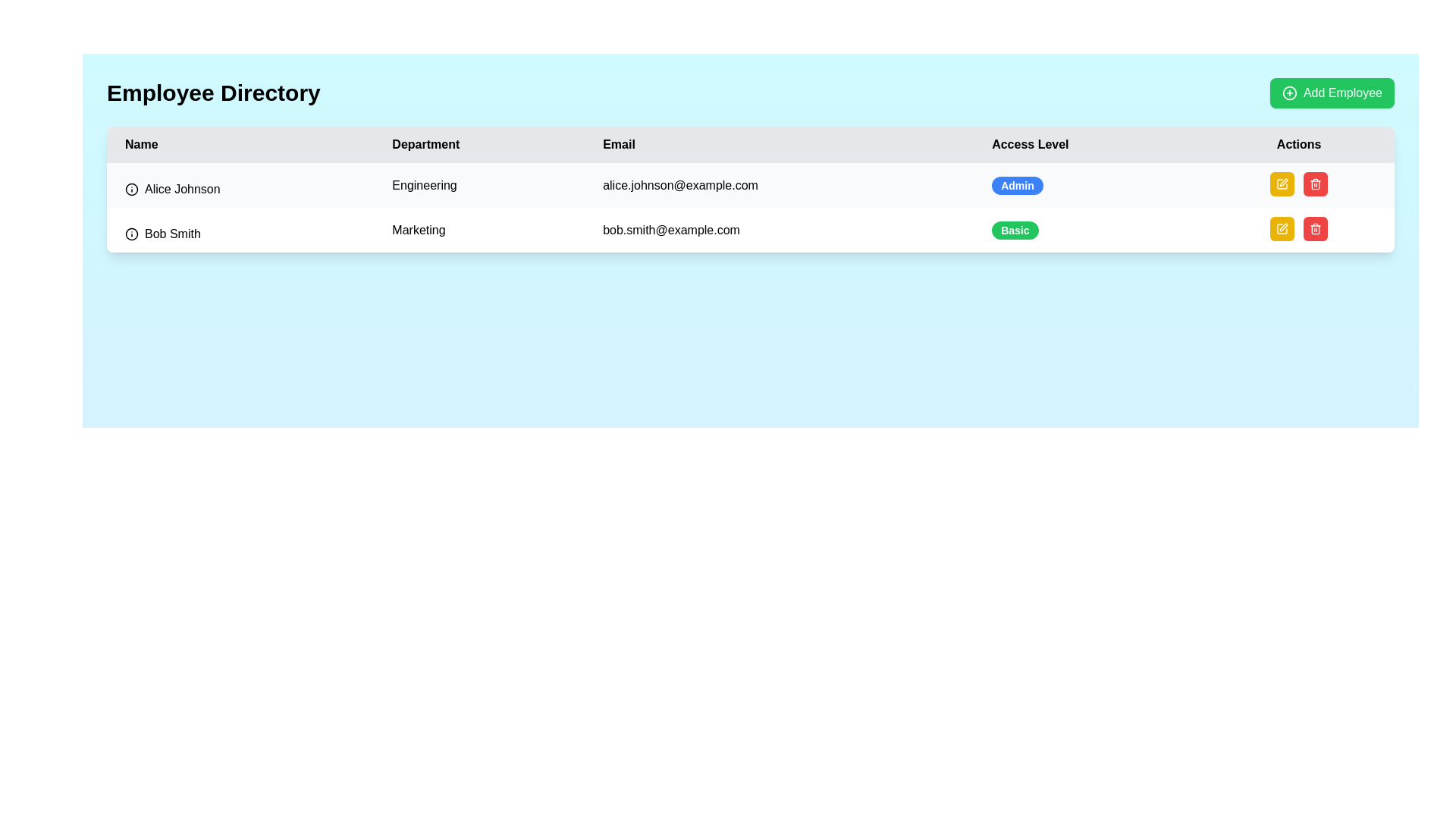 This screenshot has height=819, width=1456. I want to click on the circular plus icon within the green 'Add Employee' button, so click(1288, 93).